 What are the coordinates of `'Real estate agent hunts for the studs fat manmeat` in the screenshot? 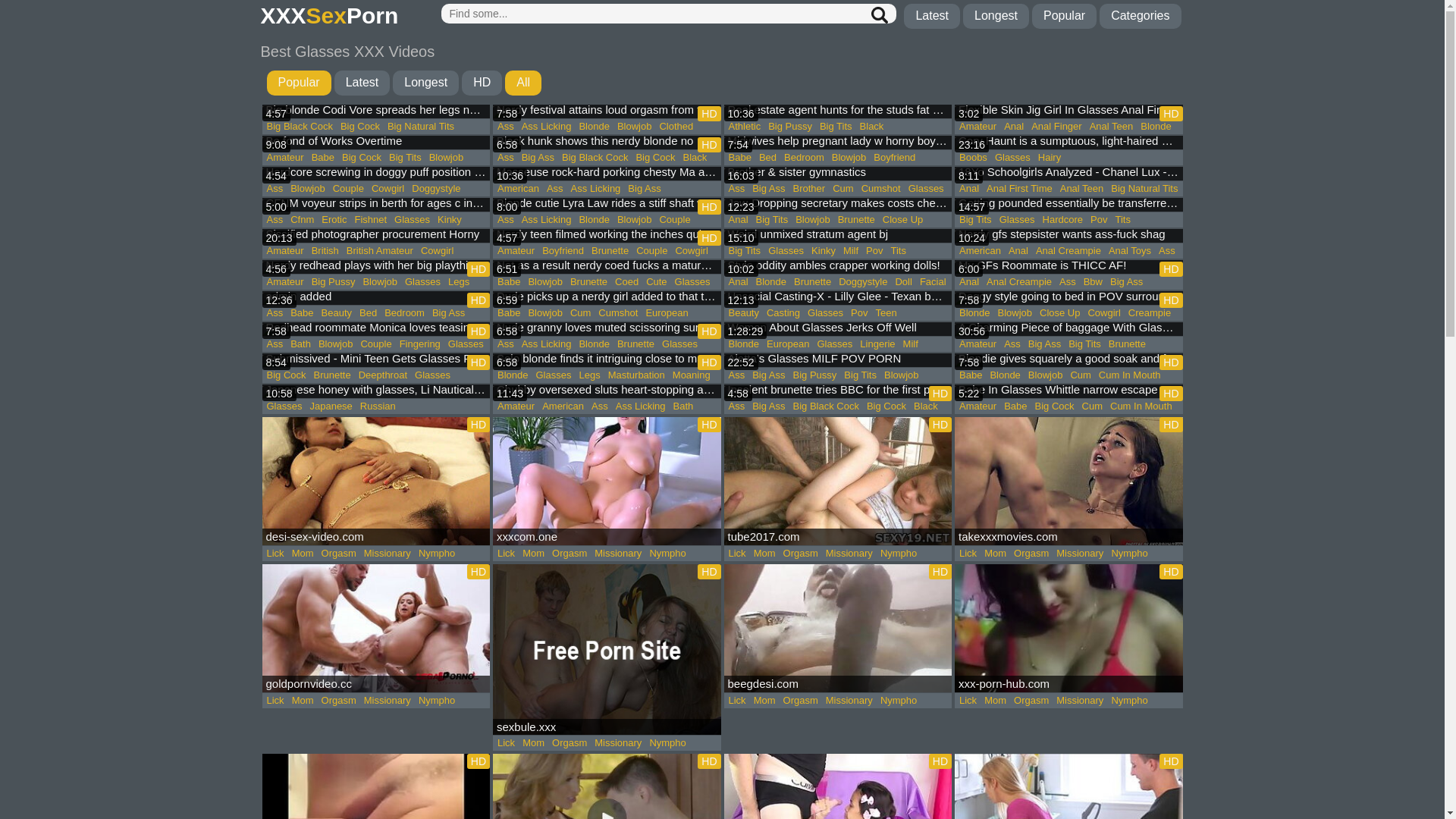 It's located at (836, 111).